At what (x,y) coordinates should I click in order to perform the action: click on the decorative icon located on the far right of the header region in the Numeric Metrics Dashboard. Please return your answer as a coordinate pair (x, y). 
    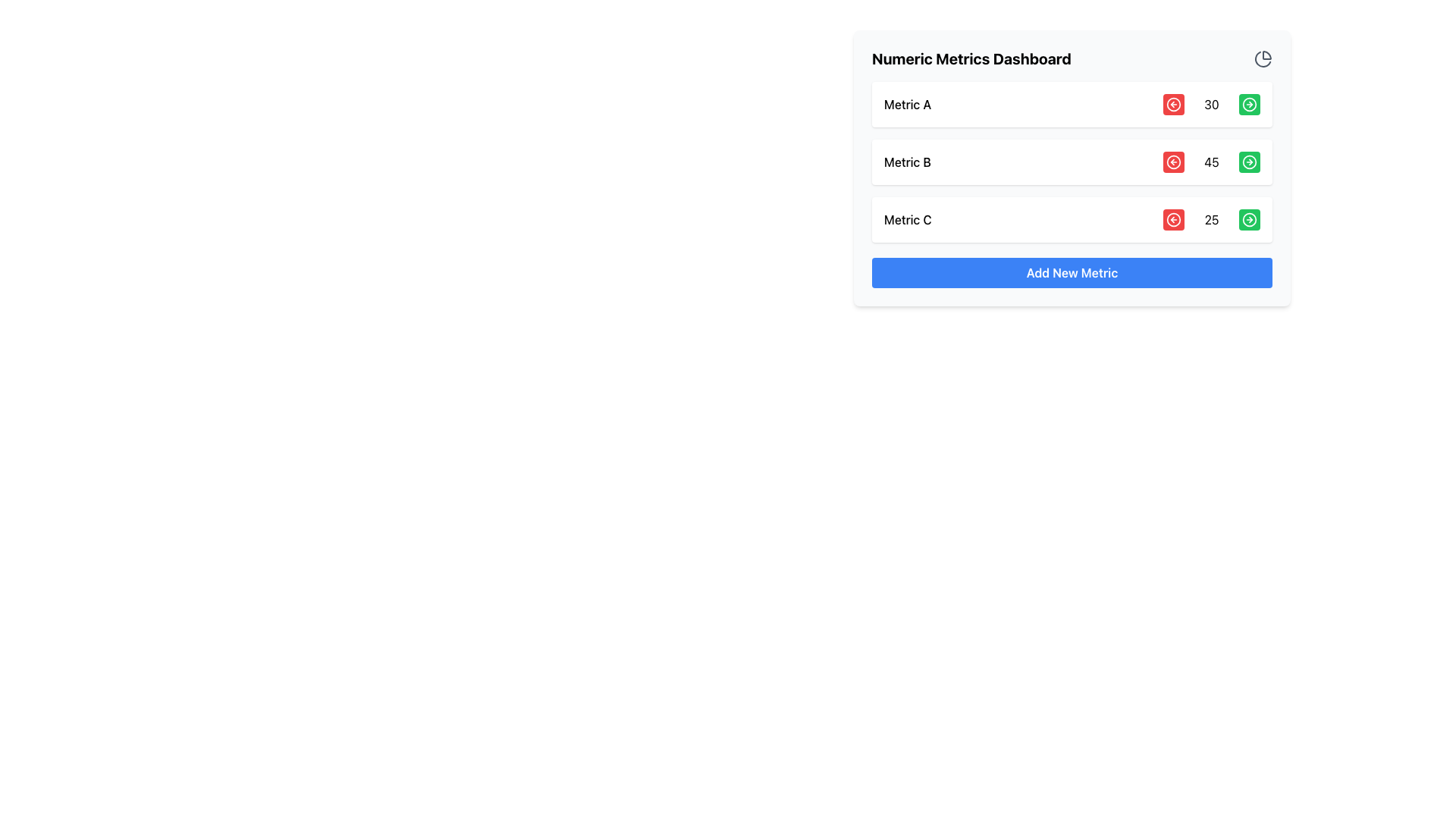
    Looking at the image, I should click on (1263, 58).